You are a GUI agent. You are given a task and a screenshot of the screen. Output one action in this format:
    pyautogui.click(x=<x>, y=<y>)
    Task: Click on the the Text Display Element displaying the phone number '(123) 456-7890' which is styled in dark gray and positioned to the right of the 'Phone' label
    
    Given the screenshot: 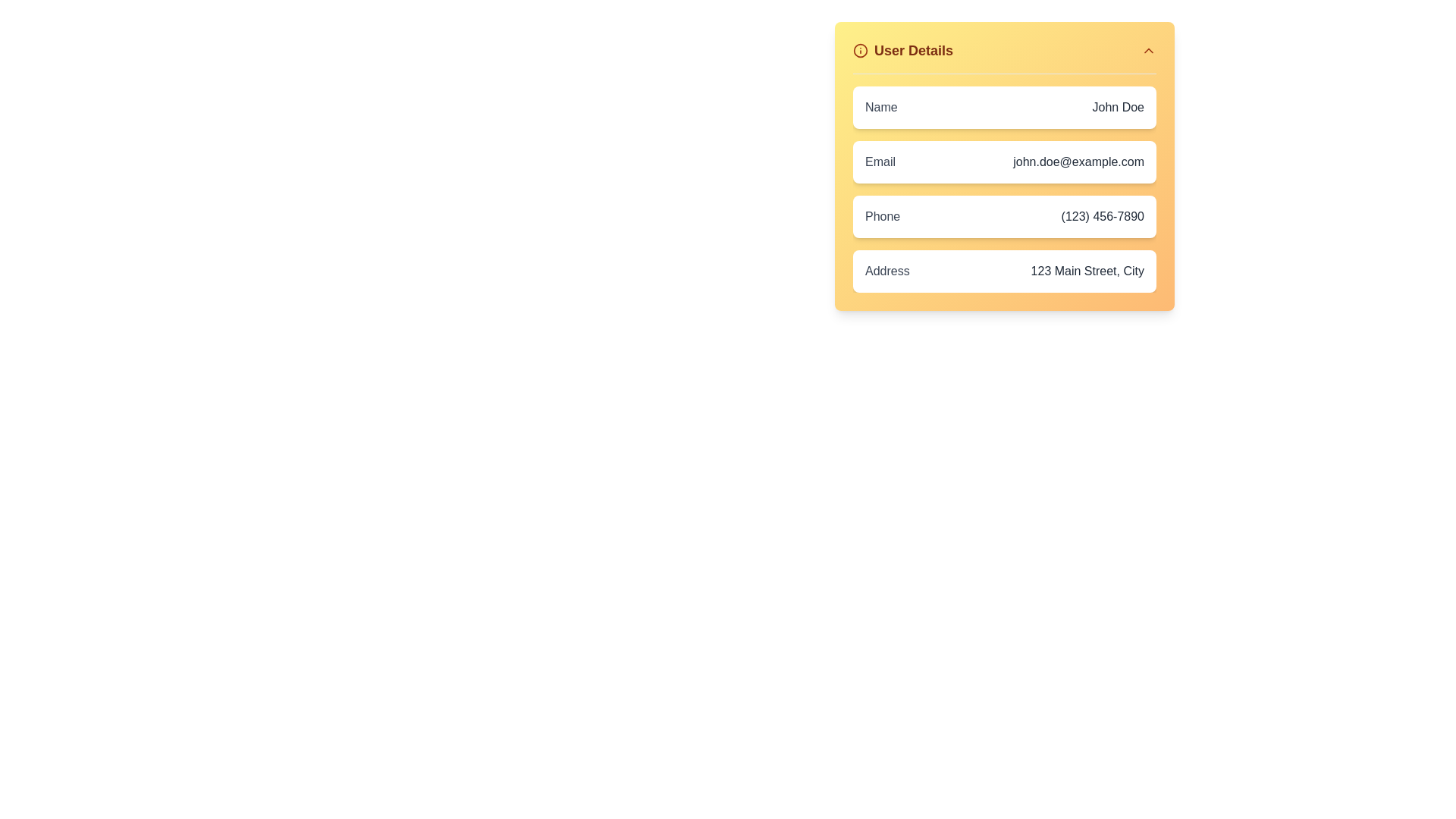 What is the action you would take?
    pyautogui.click(x=1103, y=216)
    